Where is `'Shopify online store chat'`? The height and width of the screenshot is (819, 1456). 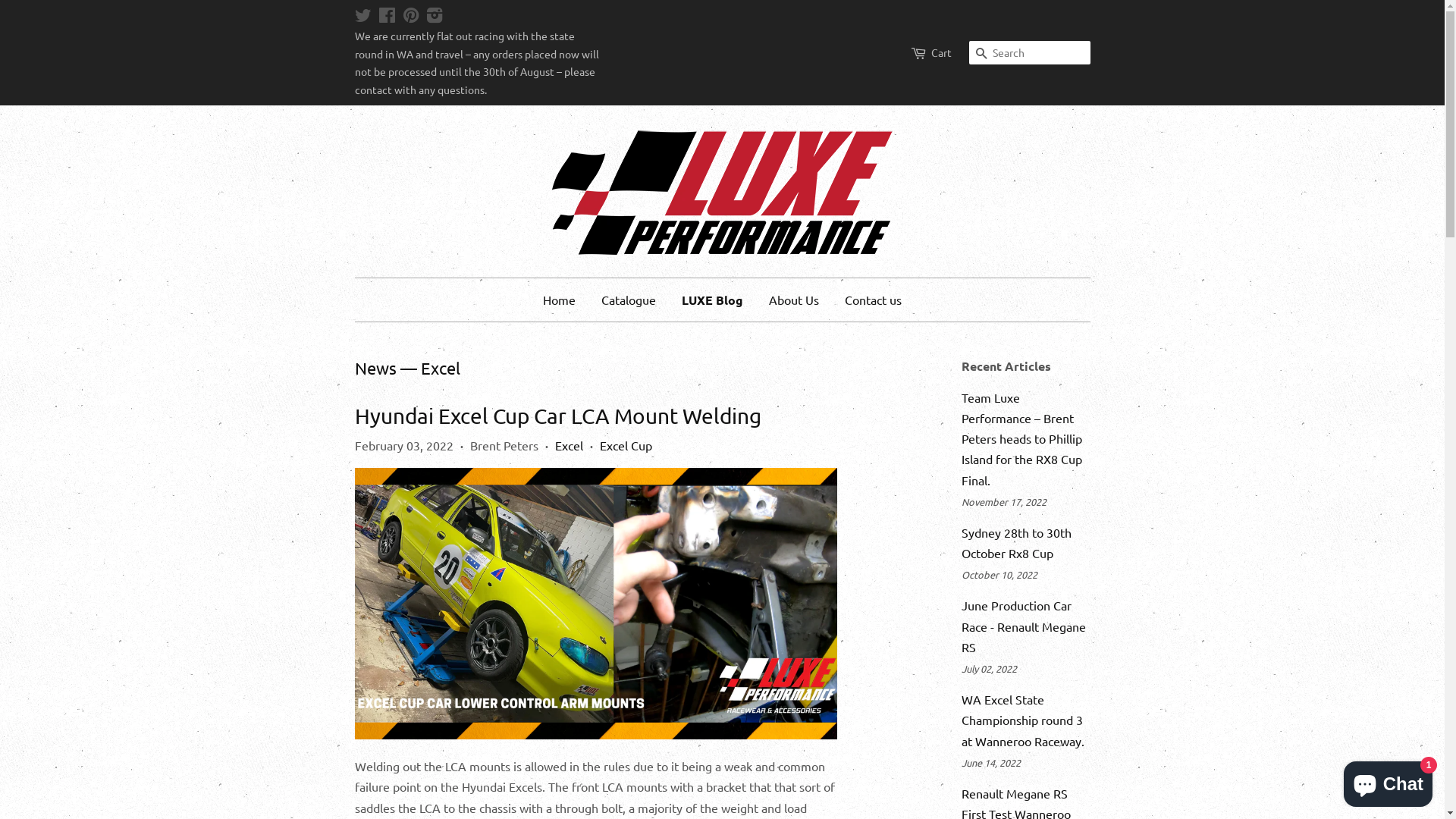
'Shopify online store chat' is located at coordinates (1388, 780).